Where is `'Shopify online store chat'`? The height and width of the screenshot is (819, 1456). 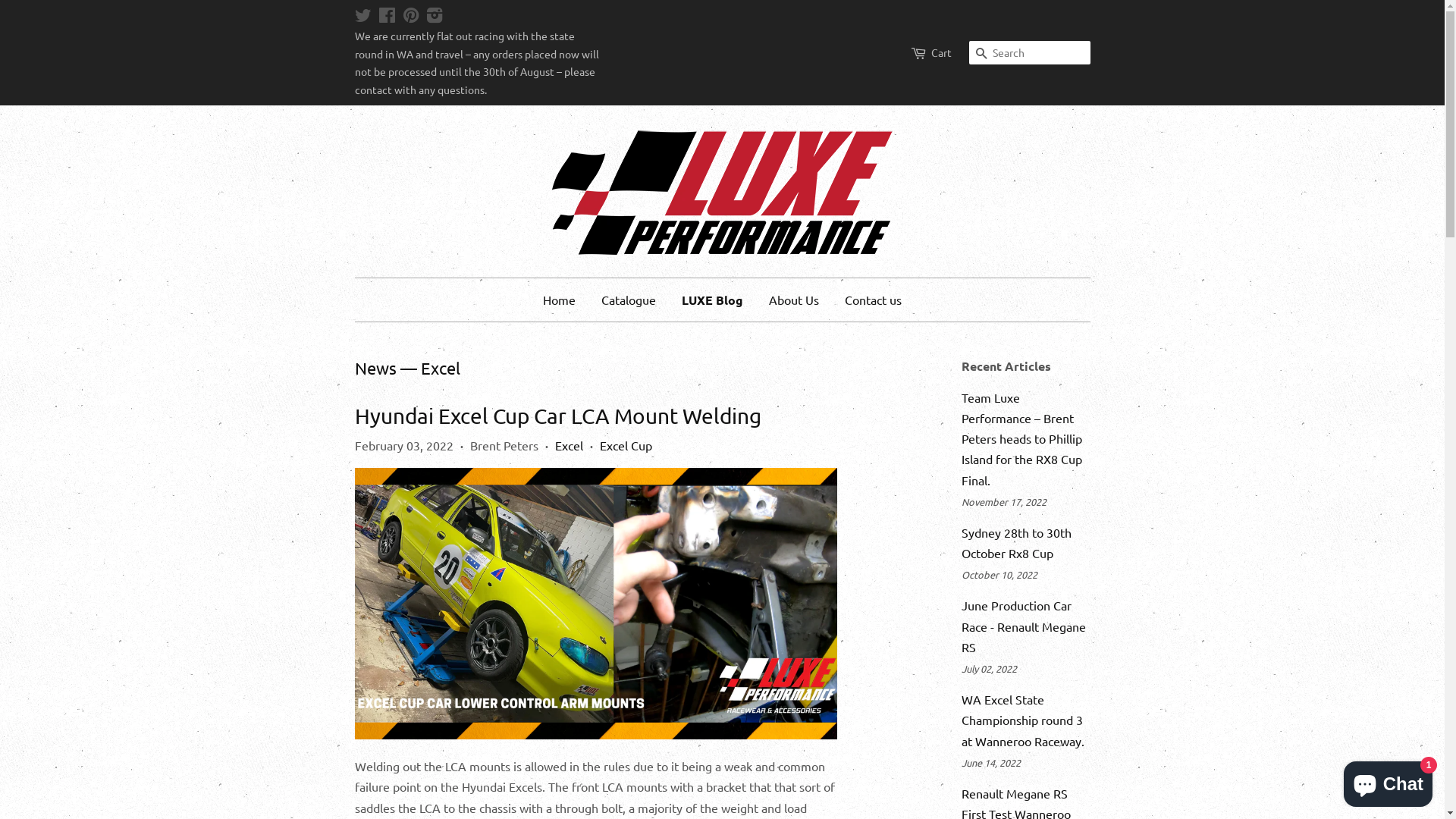
'Shopify online store chat' is located at coordinates (1388, 780).